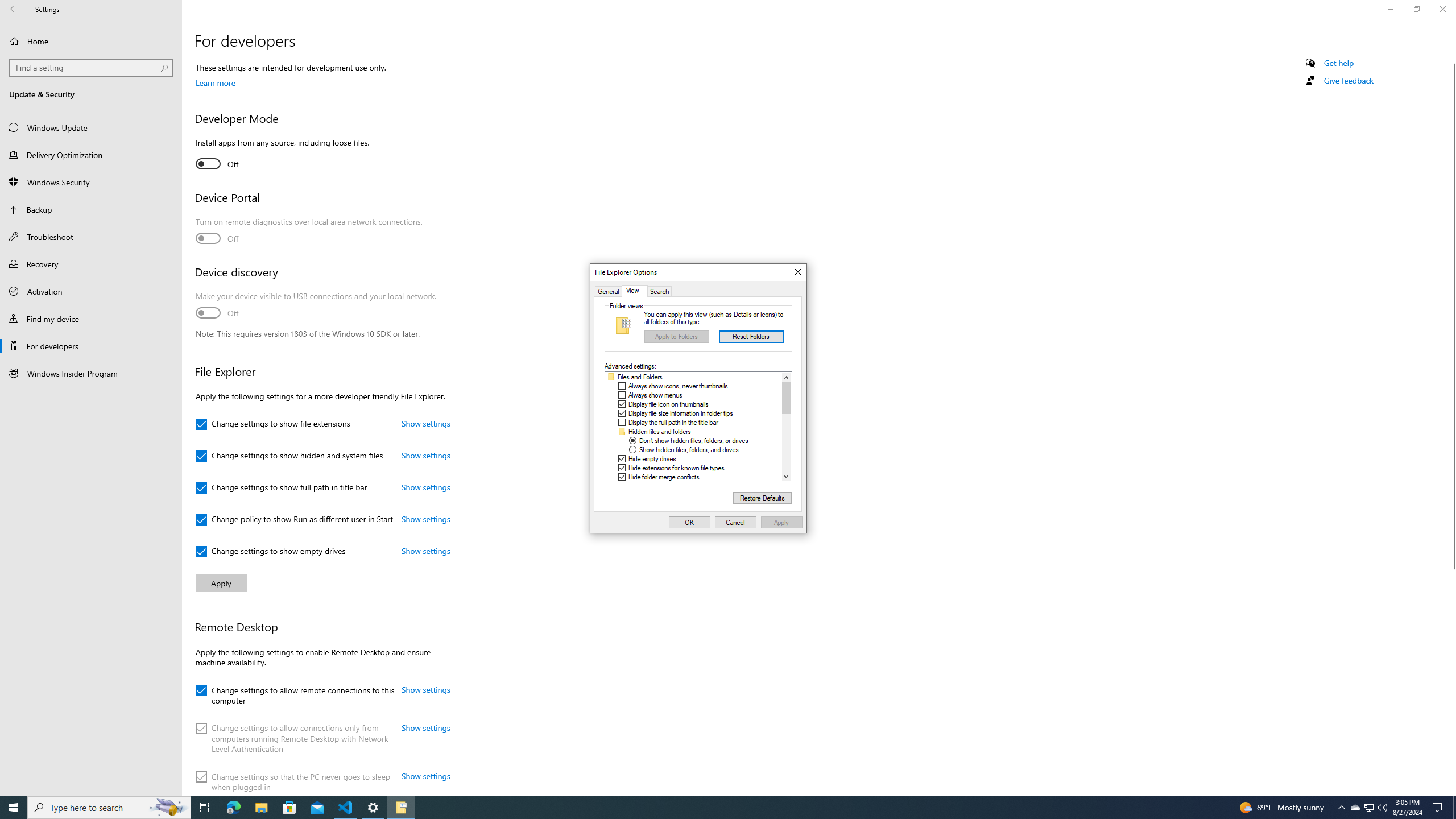  I want to click on 'Action Center, No new notifications', so click(1439, 806).